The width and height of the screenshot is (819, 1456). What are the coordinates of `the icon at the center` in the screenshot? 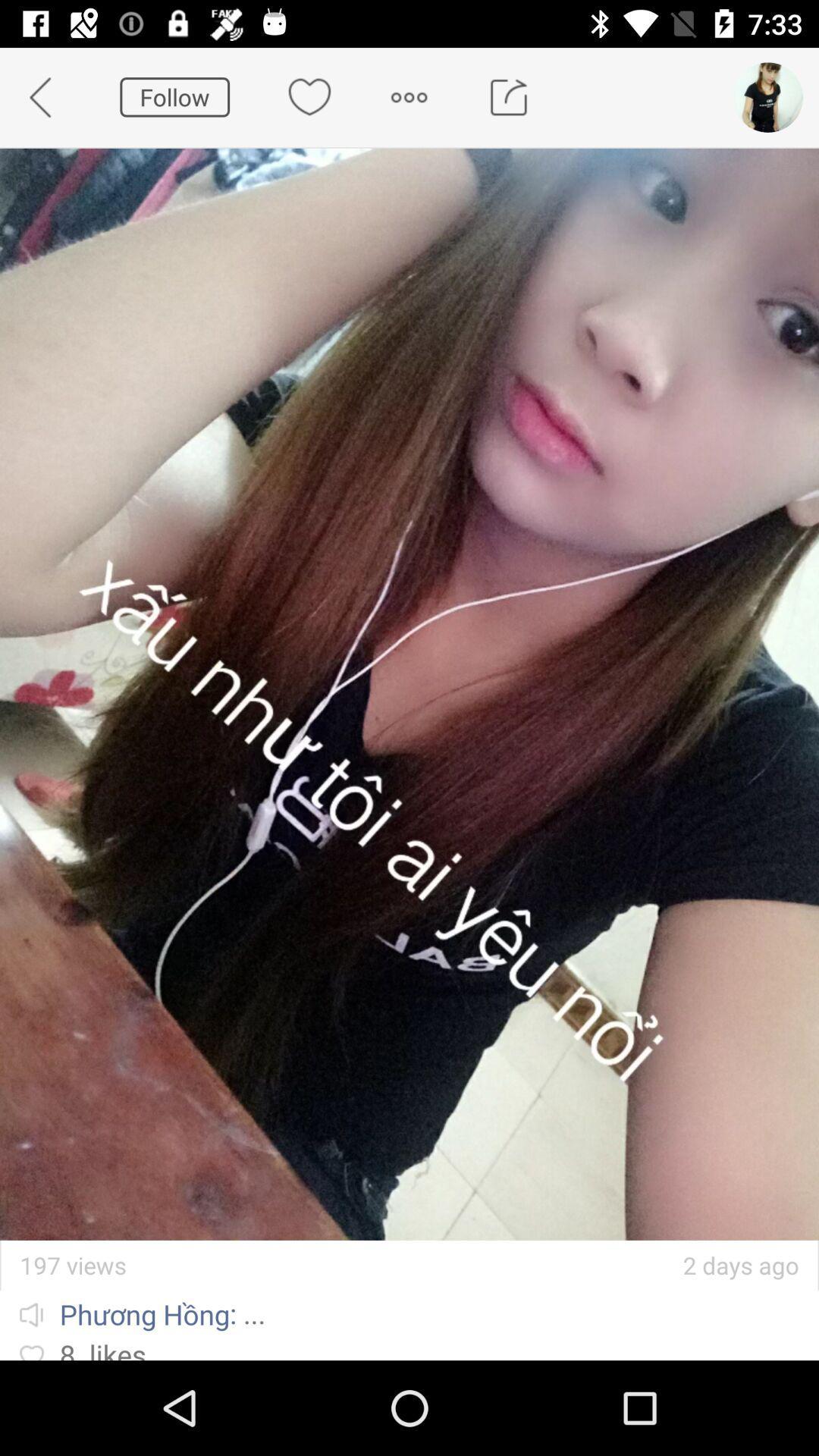 It's located at (409, 693).